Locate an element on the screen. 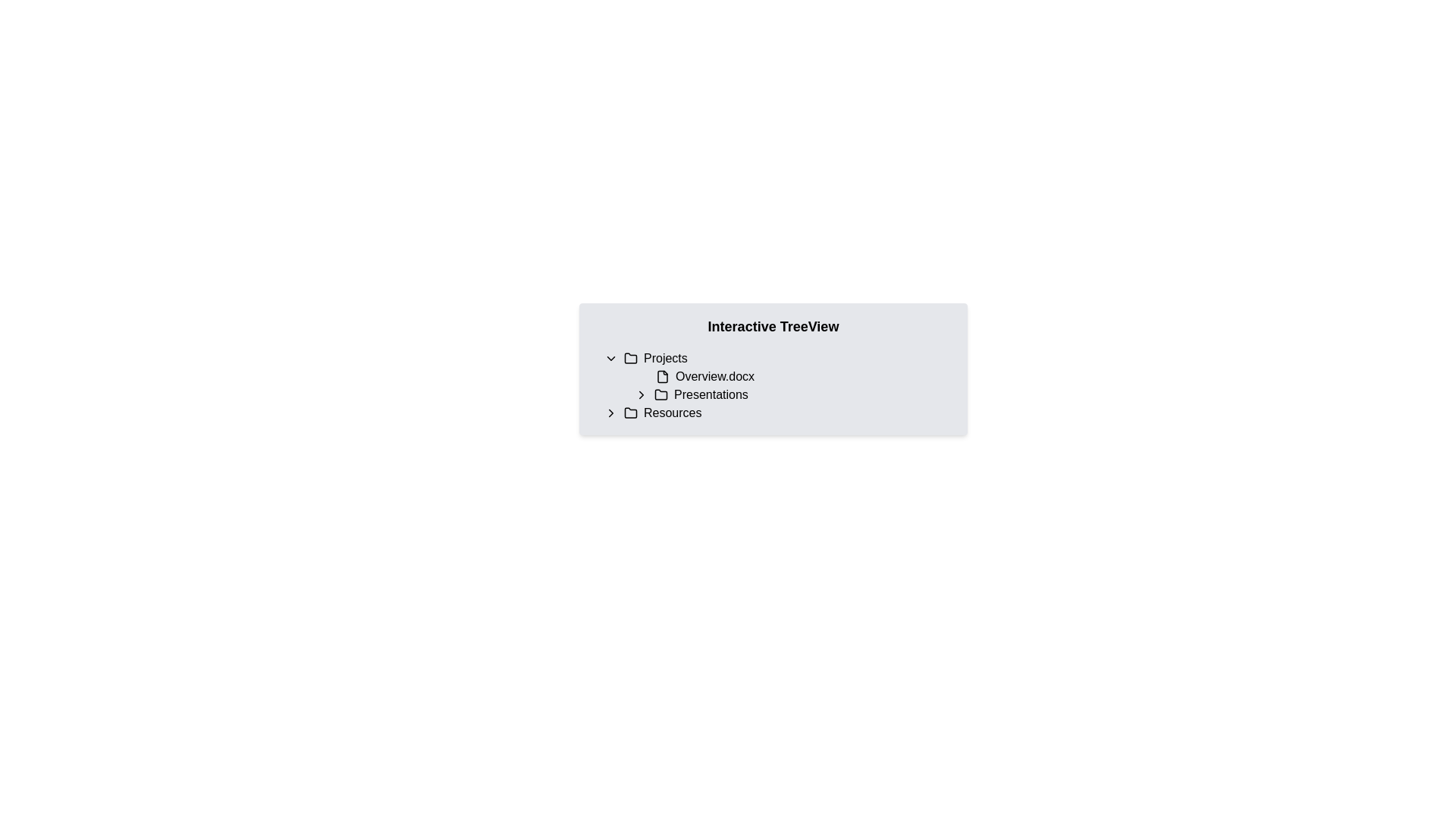 The width and height of the screenshot is (1456, 819). the 'Resources' text label to expand or collapse the associated node is located at coordinates (672, 413).